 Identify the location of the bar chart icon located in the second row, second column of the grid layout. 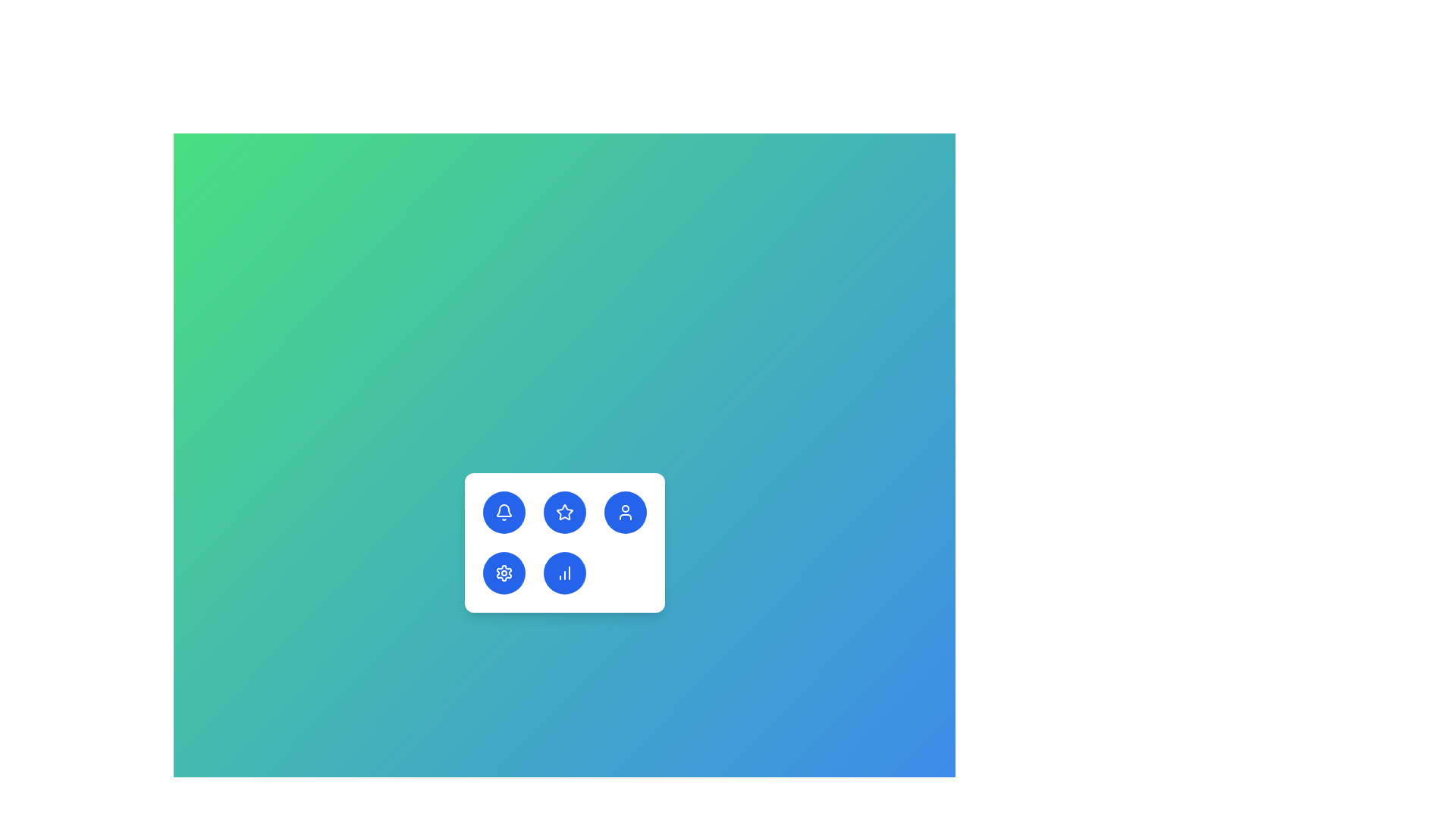
(563, 573).